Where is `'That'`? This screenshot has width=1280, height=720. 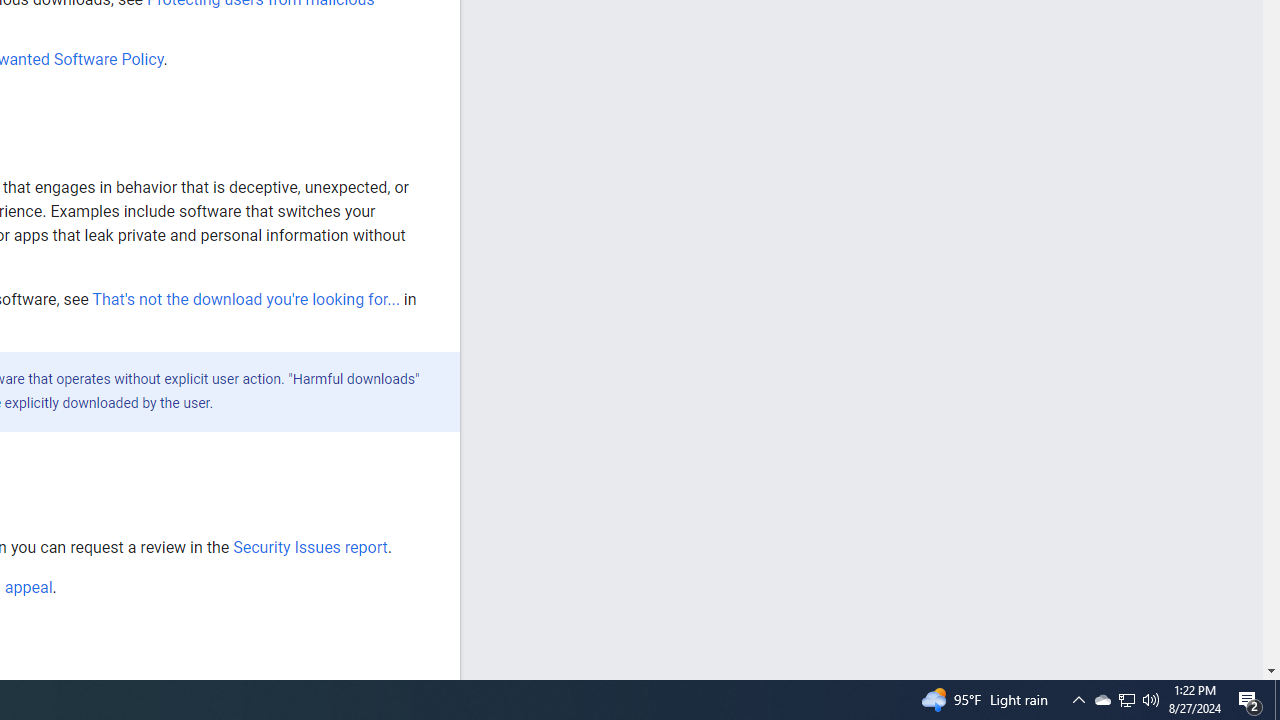 'That' is located at coordinates (244, 299).